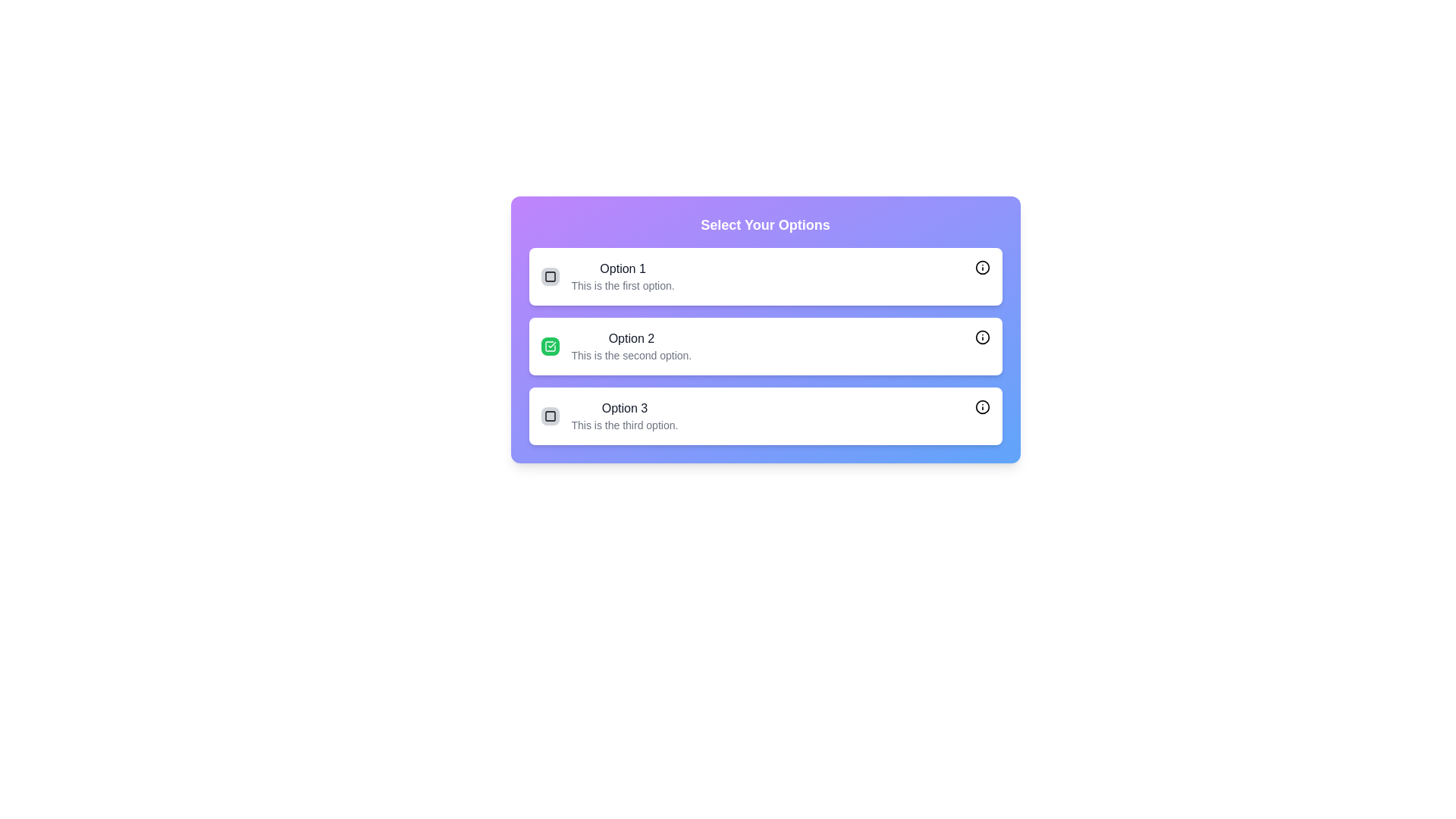 The image size is (1456, 819). Describe the element at coordinates (549, 416) in the screenshot. I see `the checkbox icon representing the selectable state for 'Option 3'` at that location.